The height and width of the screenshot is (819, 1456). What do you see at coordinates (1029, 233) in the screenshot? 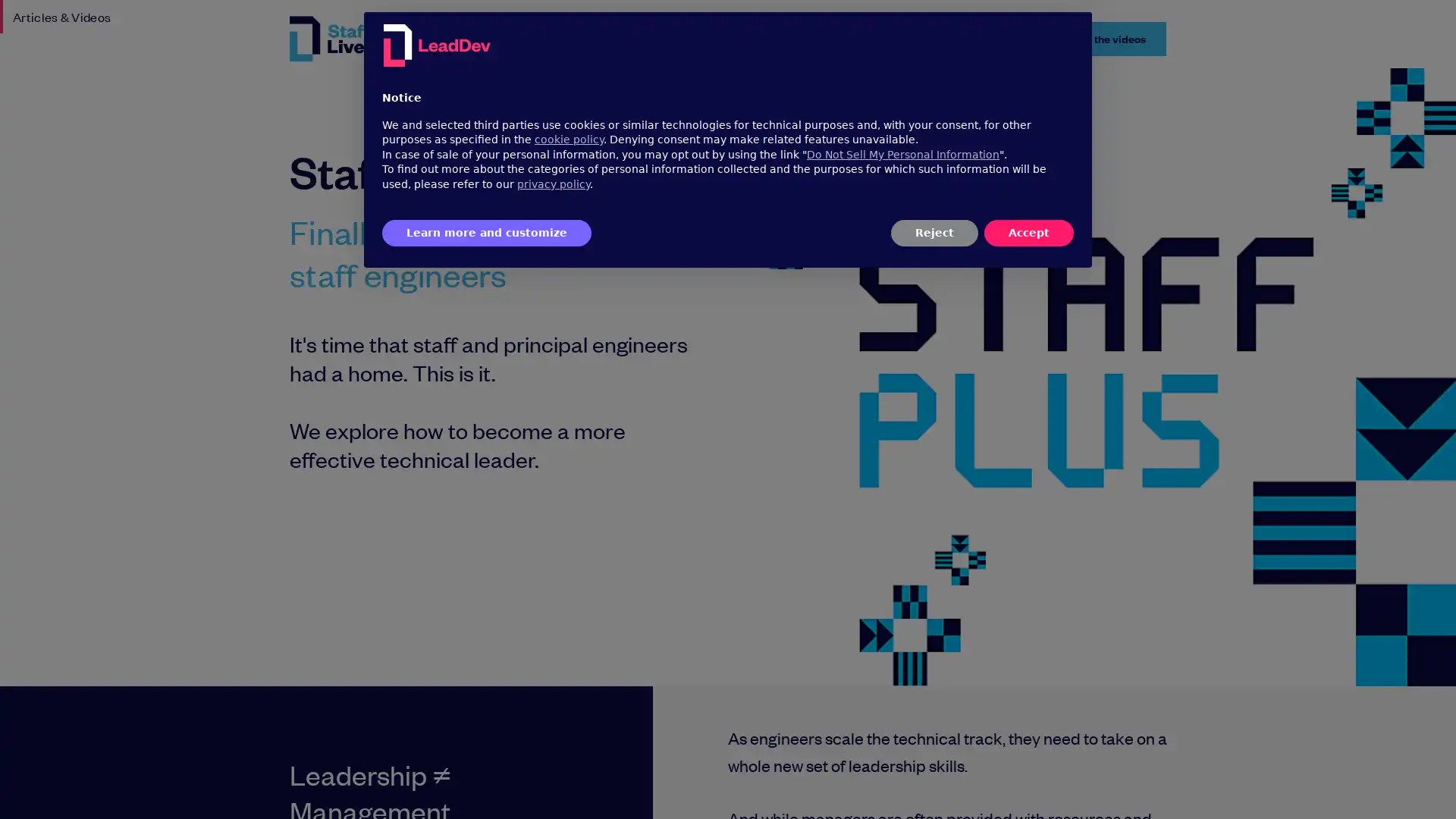
I see `Accept` at bounding box center [1029, 233].